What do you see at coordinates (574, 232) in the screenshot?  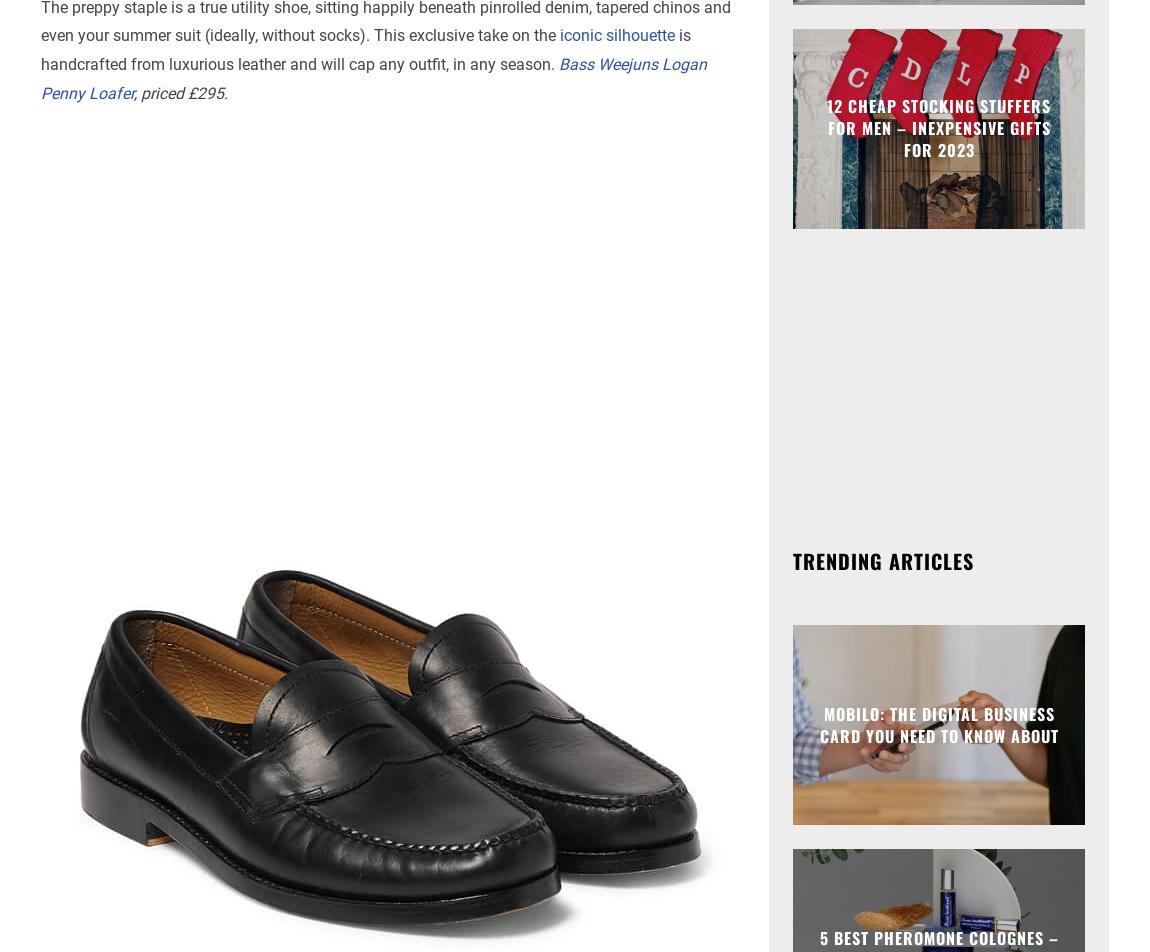 I see `'We respect your privacy. We won’t spam you.'` at bounding box center [574, 232].